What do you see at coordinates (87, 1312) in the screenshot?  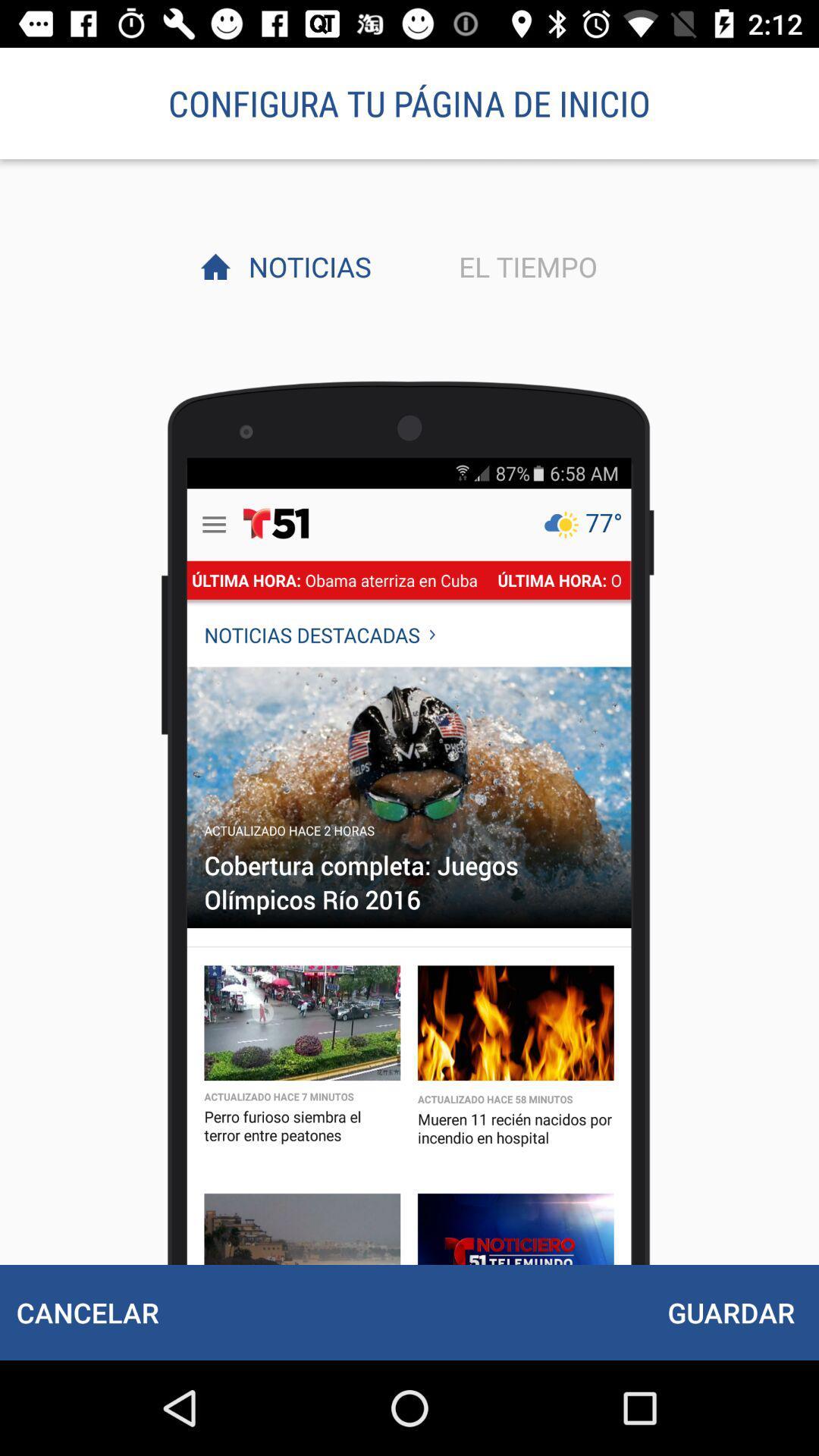 I see `cancelar icon` at bounding box center [87, 1312].